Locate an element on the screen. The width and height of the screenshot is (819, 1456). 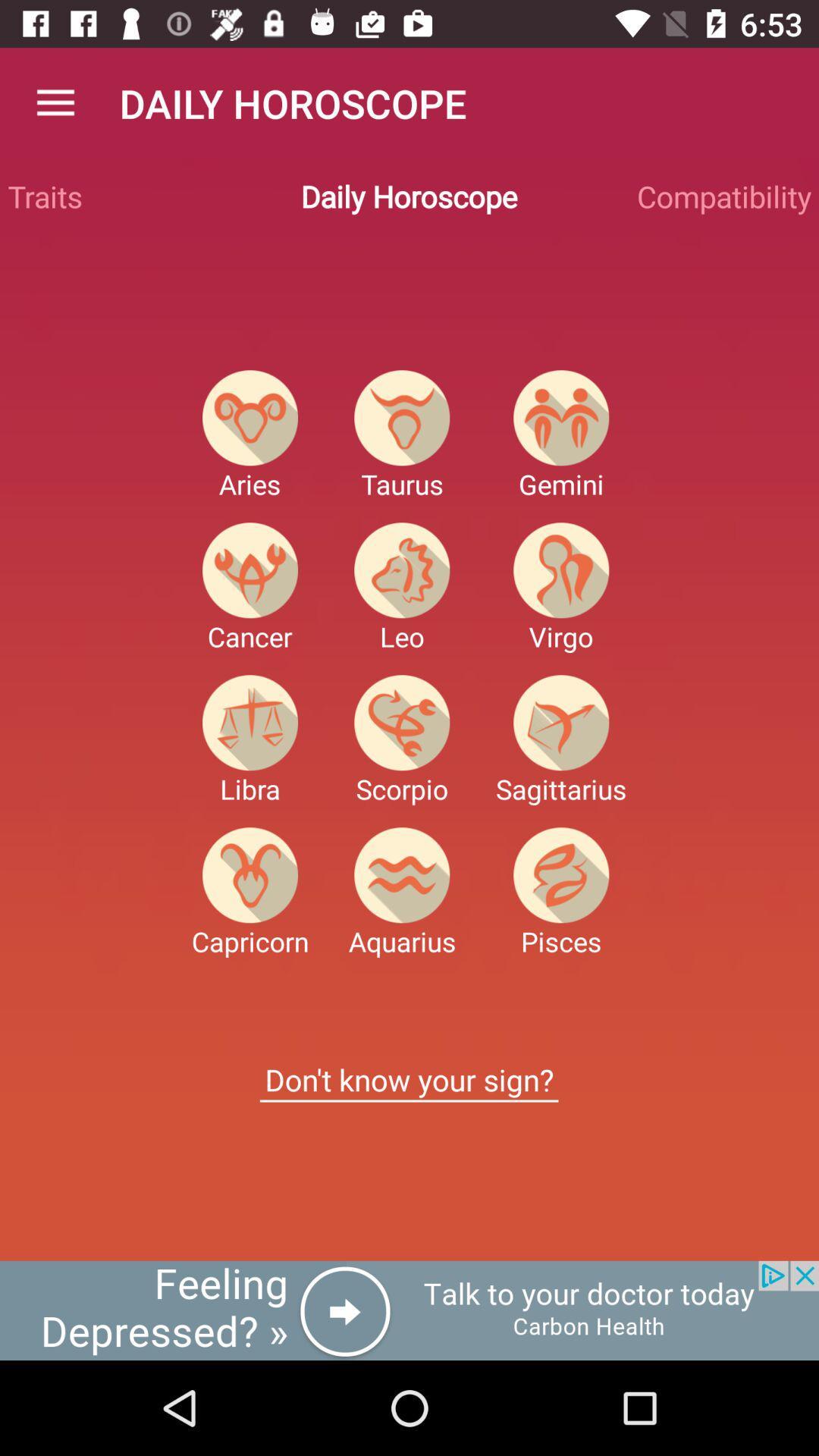
the favorite icon is located at coordinates (544, 435).